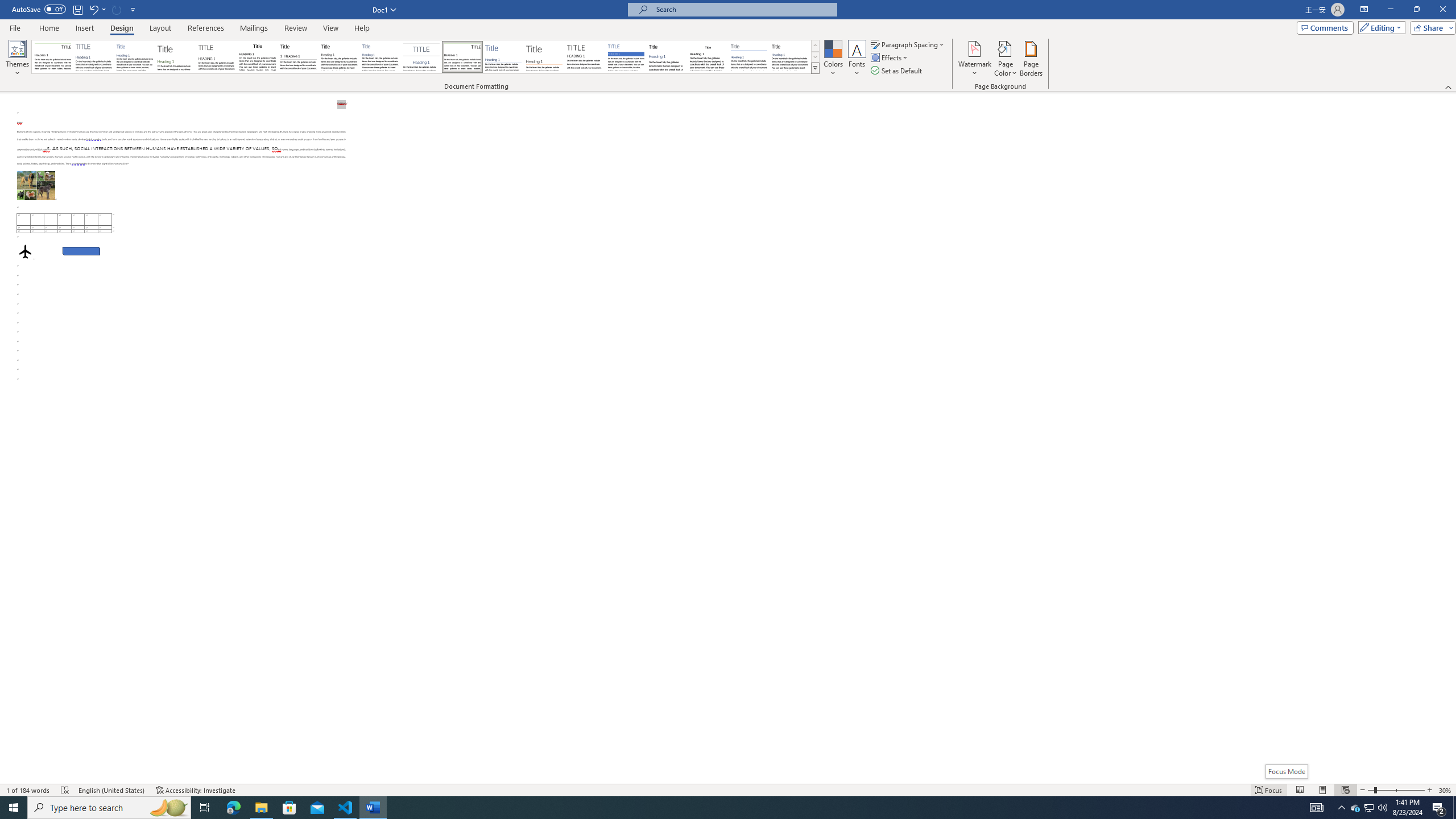 The height and width of the screenshot is (819, 1456). What do you see at coordinates (585, 56) in the screenshot?
I see `'Minimalist'` at bounding box center [585, 56].